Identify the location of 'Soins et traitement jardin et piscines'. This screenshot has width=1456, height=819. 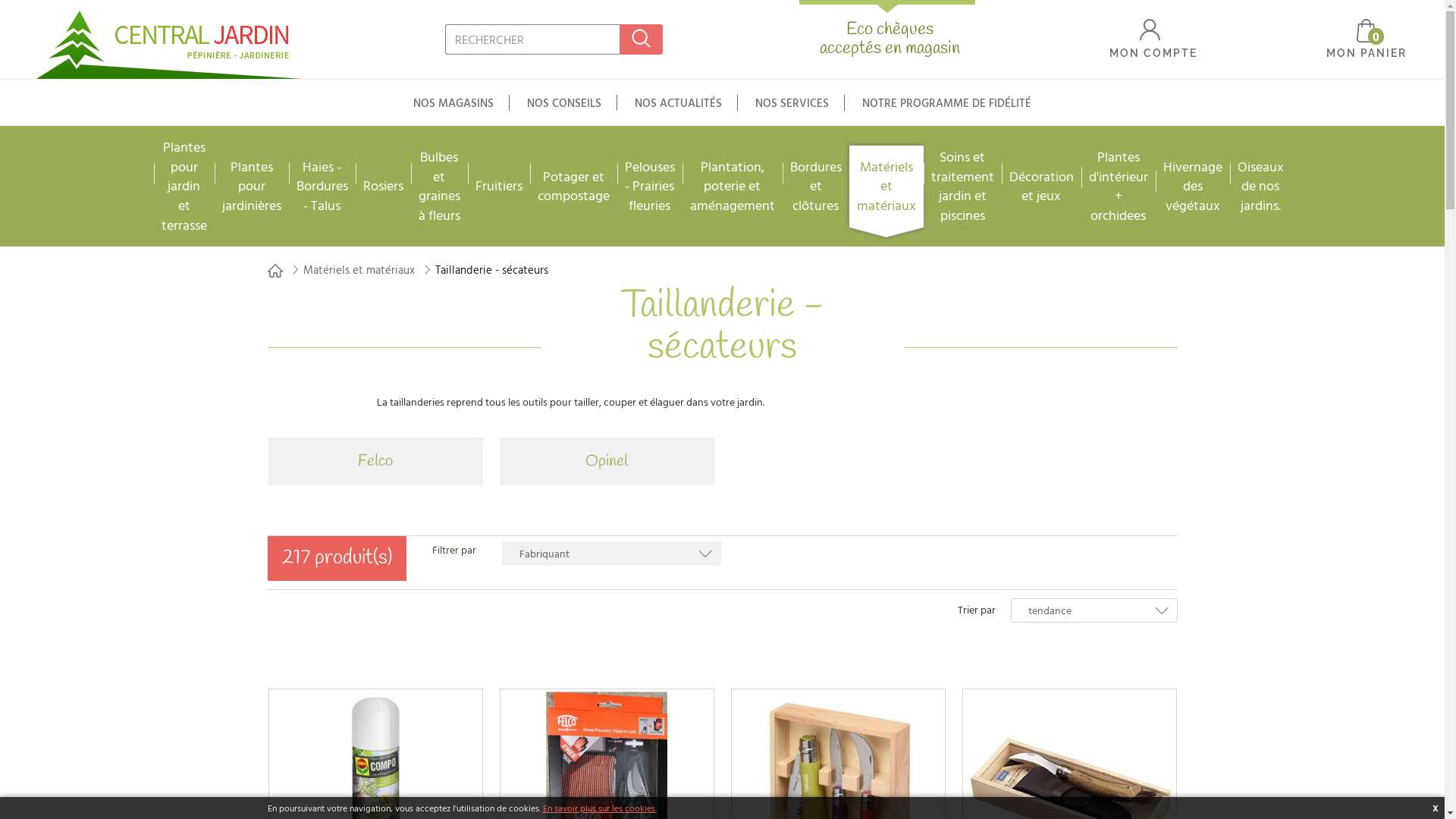
(962, 185).